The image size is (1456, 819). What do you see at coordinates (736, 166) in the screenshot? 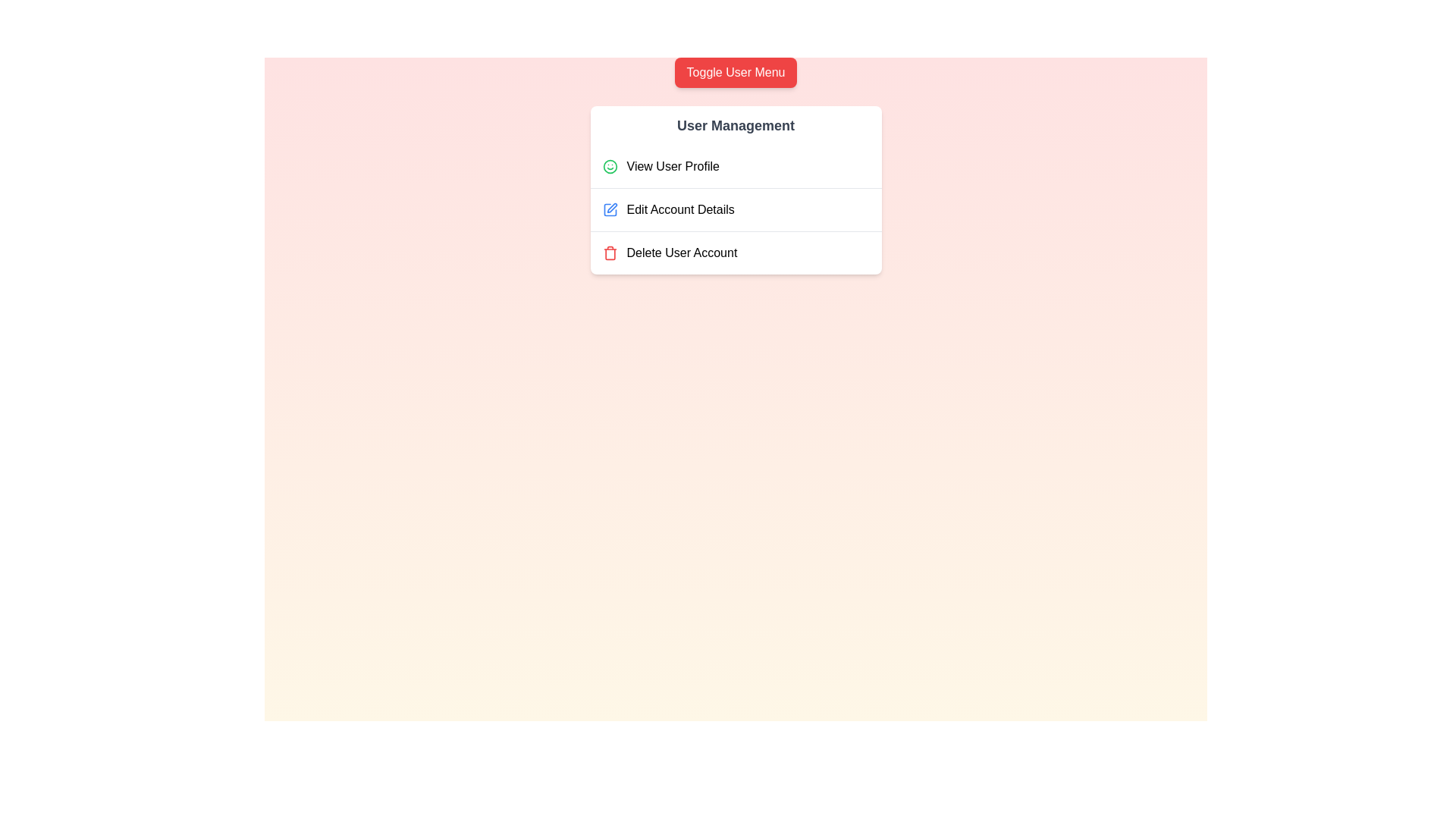
I see `the user action option View User Profile` at bounding box center [736, 166].